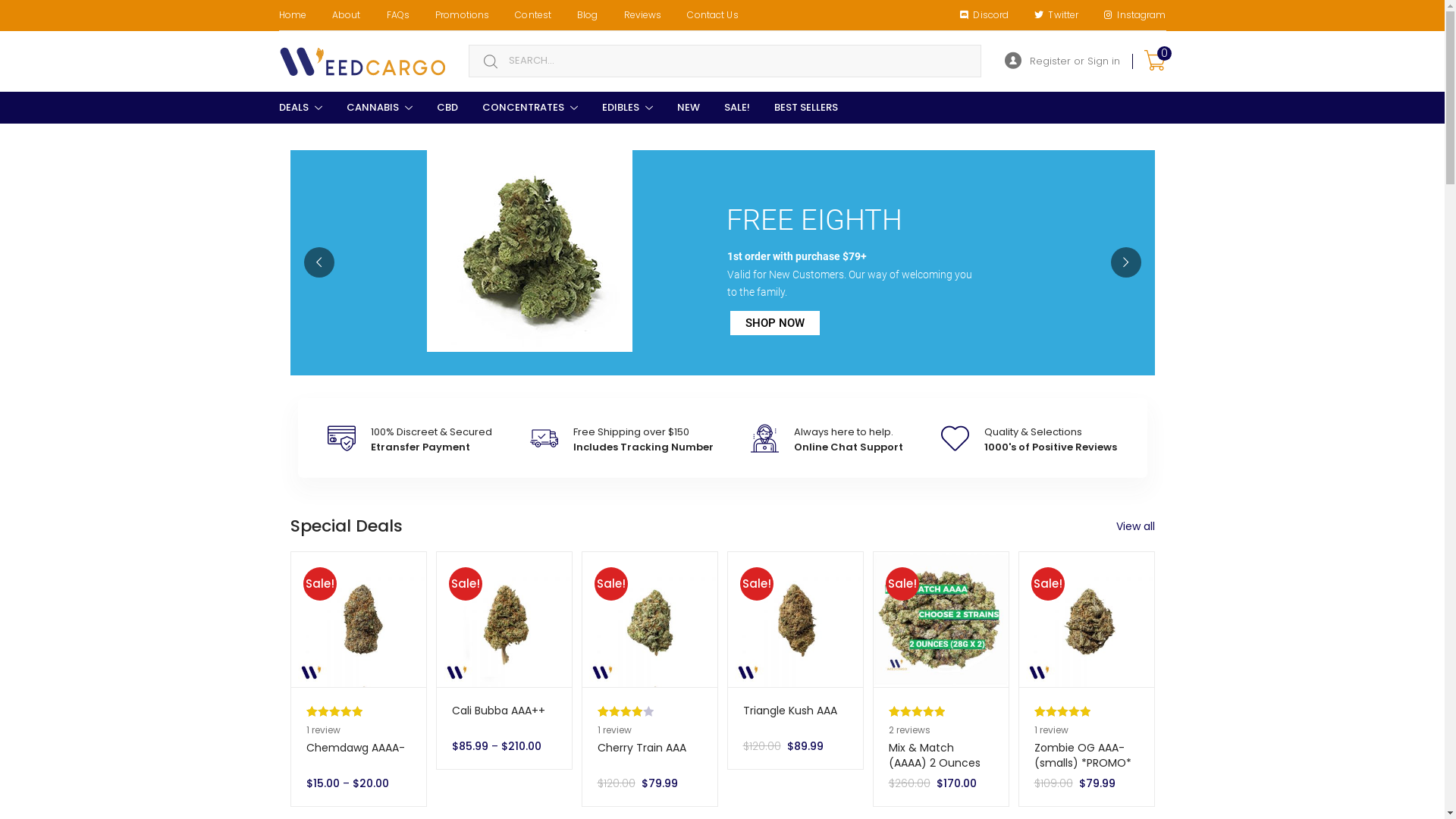  What do you see at coordinates (1116, 526) in the screenshot?
I see `'View all'` at bounding box center [1116, 526].